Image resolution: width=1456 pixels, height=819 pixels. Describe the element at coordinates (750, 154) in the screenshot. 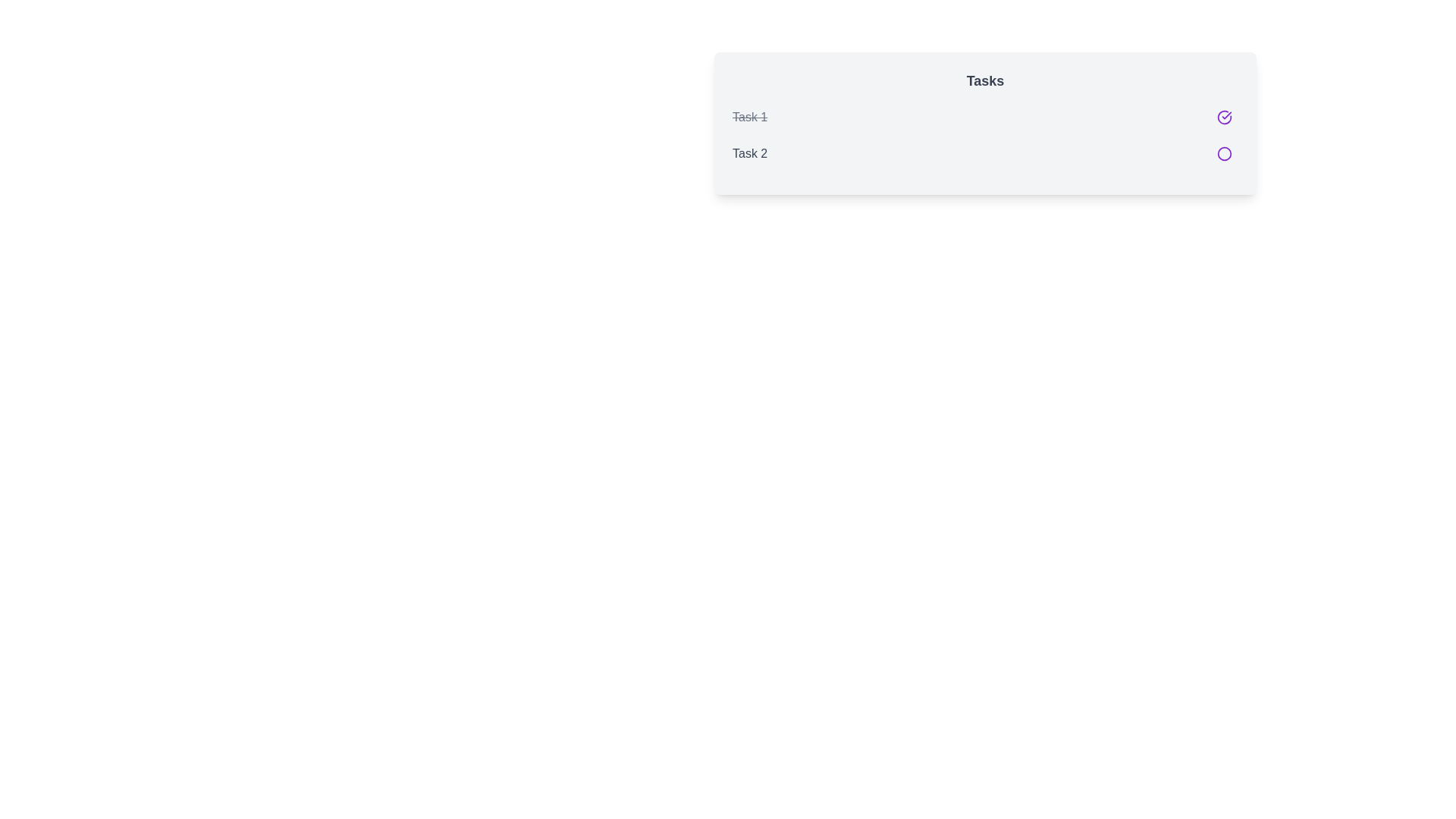

I see `the static text label displaying 'Task 2' in gray color, located below 'Task 1' within the task list` at that location.